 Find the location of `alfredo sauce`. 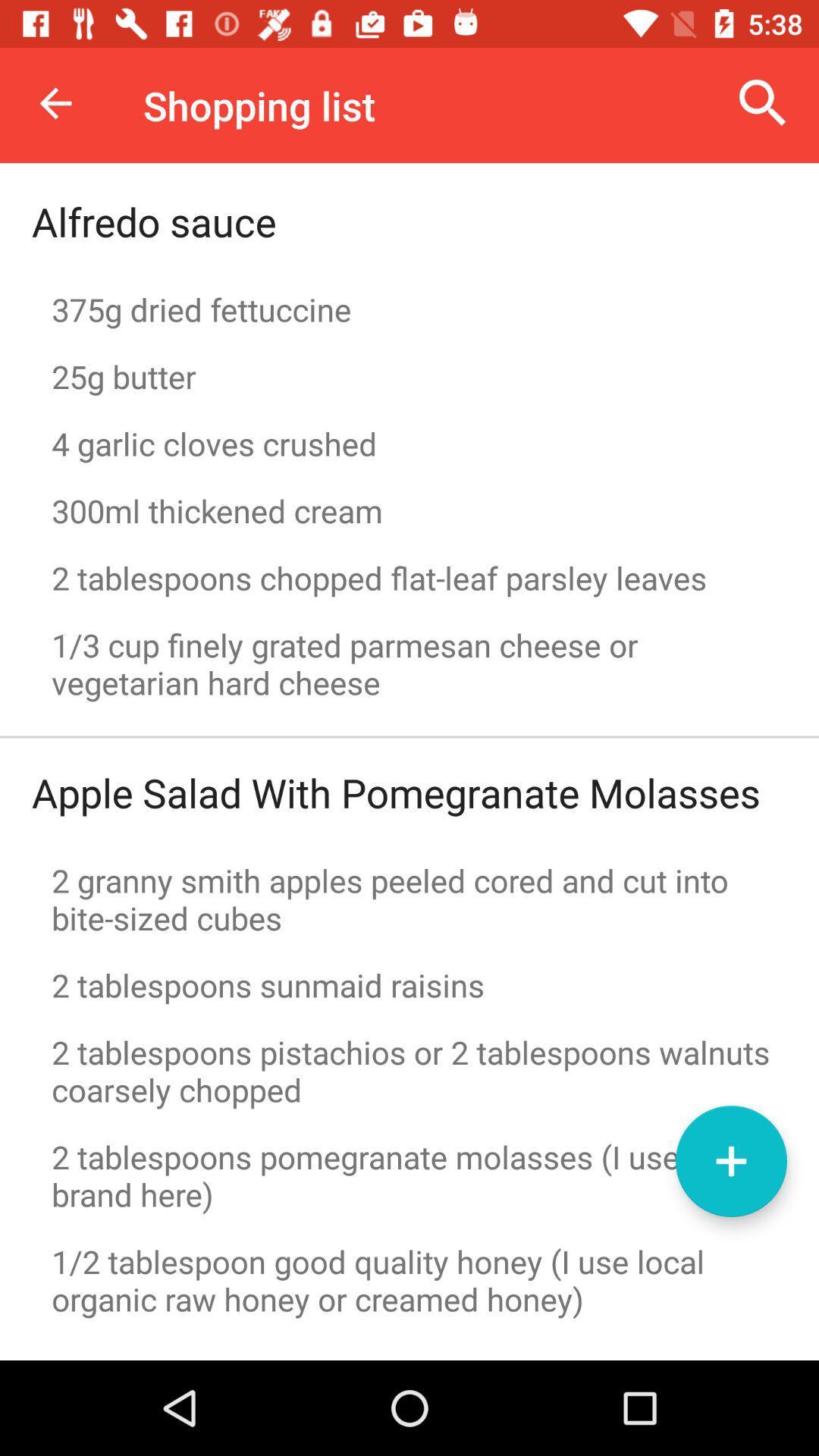

alfredo sauce is located at coordinates (154, 221).